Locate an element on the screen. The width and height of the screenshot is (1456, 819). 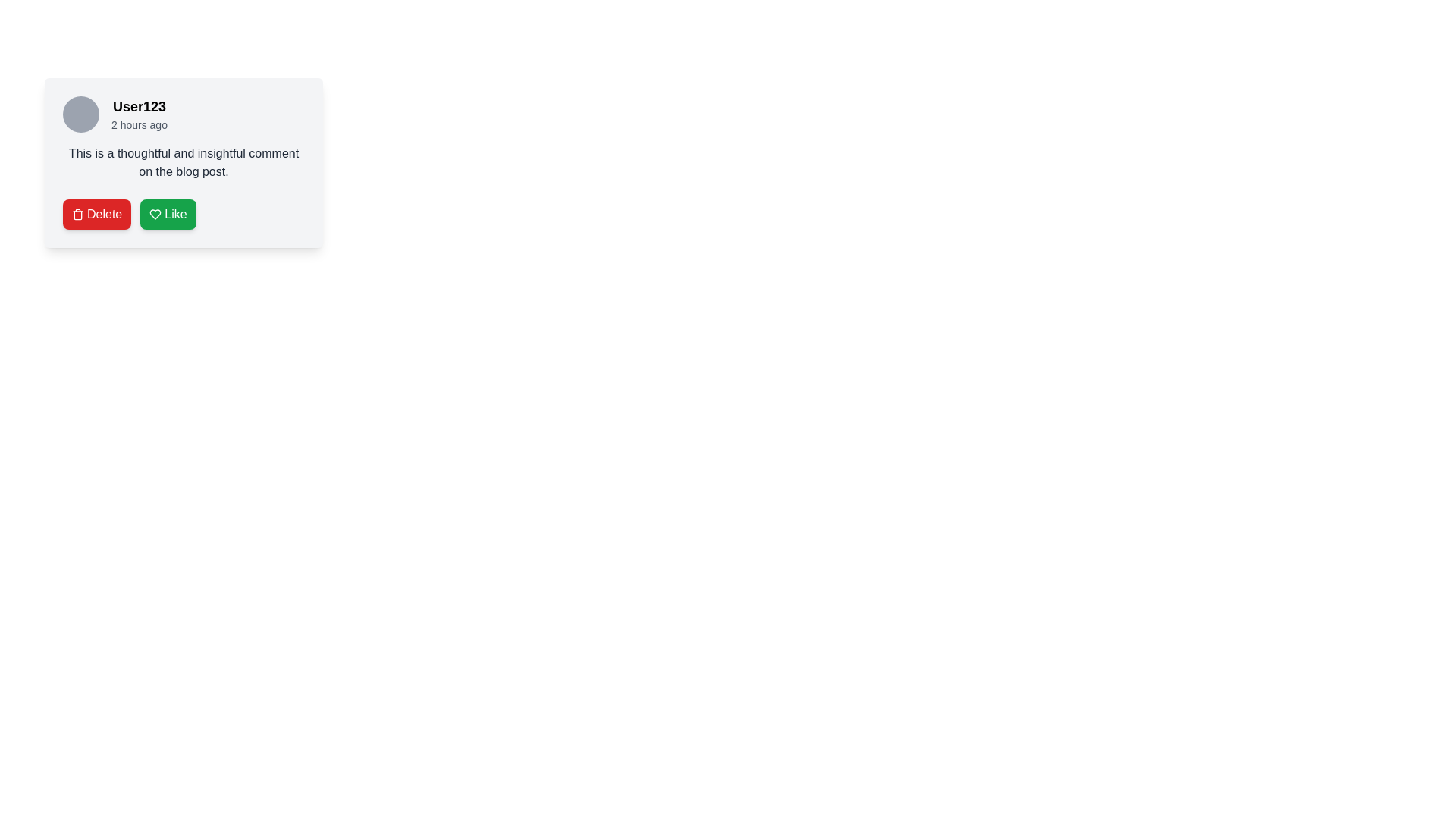
the heart-shaped icon within the 'Like' button located on the bottom-right side of a user comment card is located at coordinates (155, 214).